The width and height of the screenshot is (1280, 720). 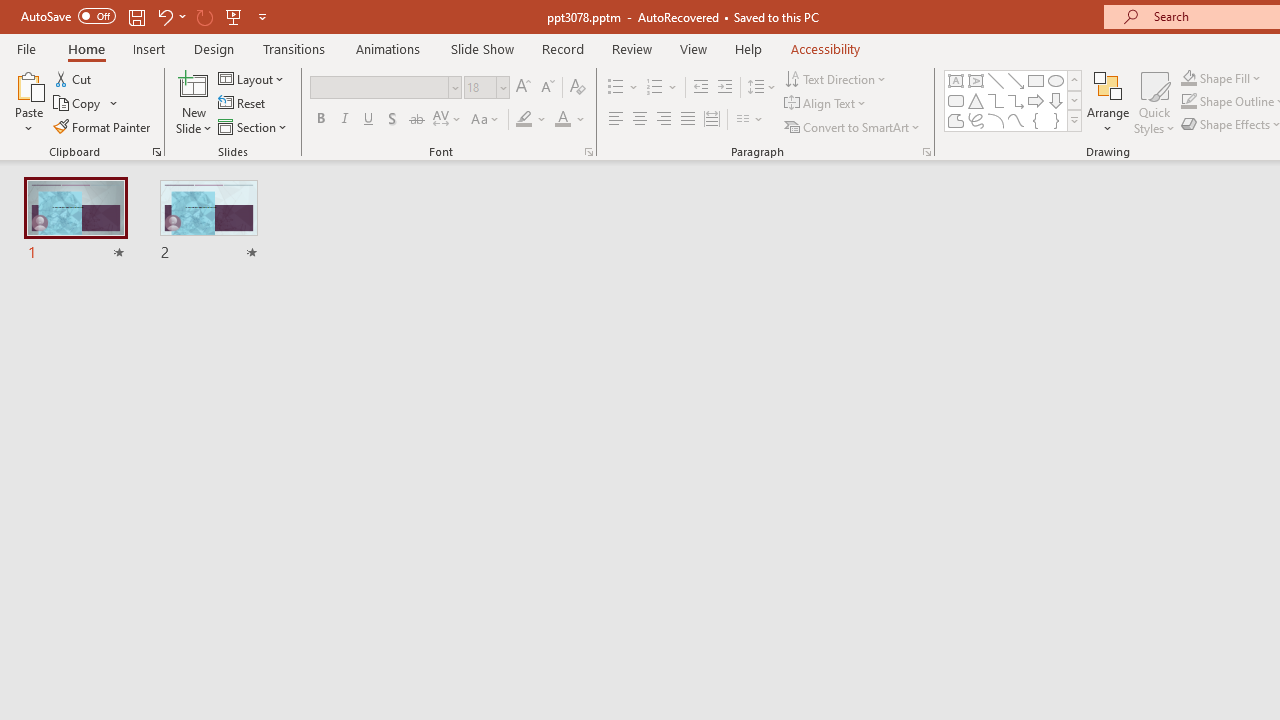 I want to click on 'Font', so click(x=385, y=86).